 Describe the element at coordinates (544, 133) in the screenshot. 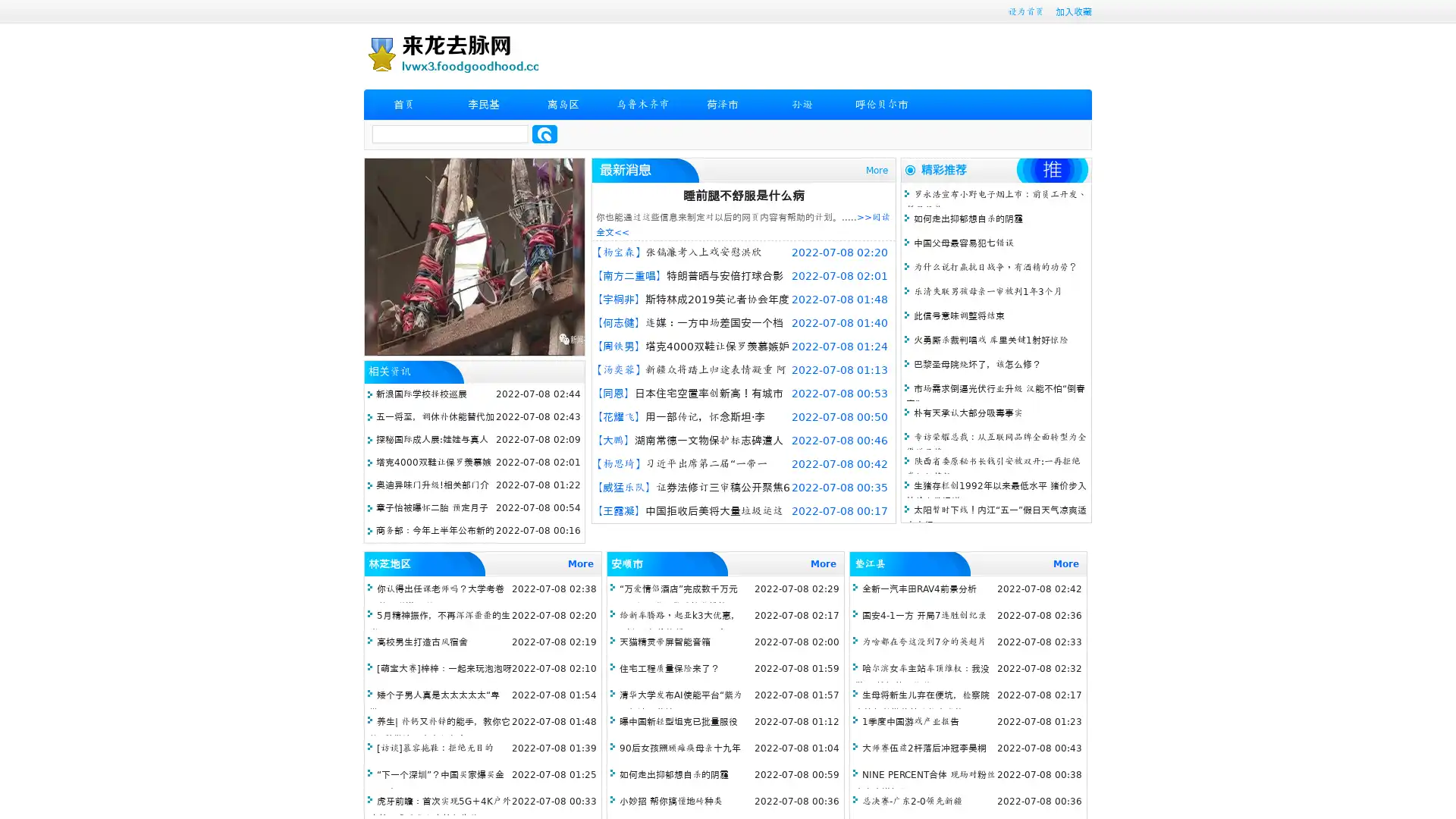

I see `Search` at that location.